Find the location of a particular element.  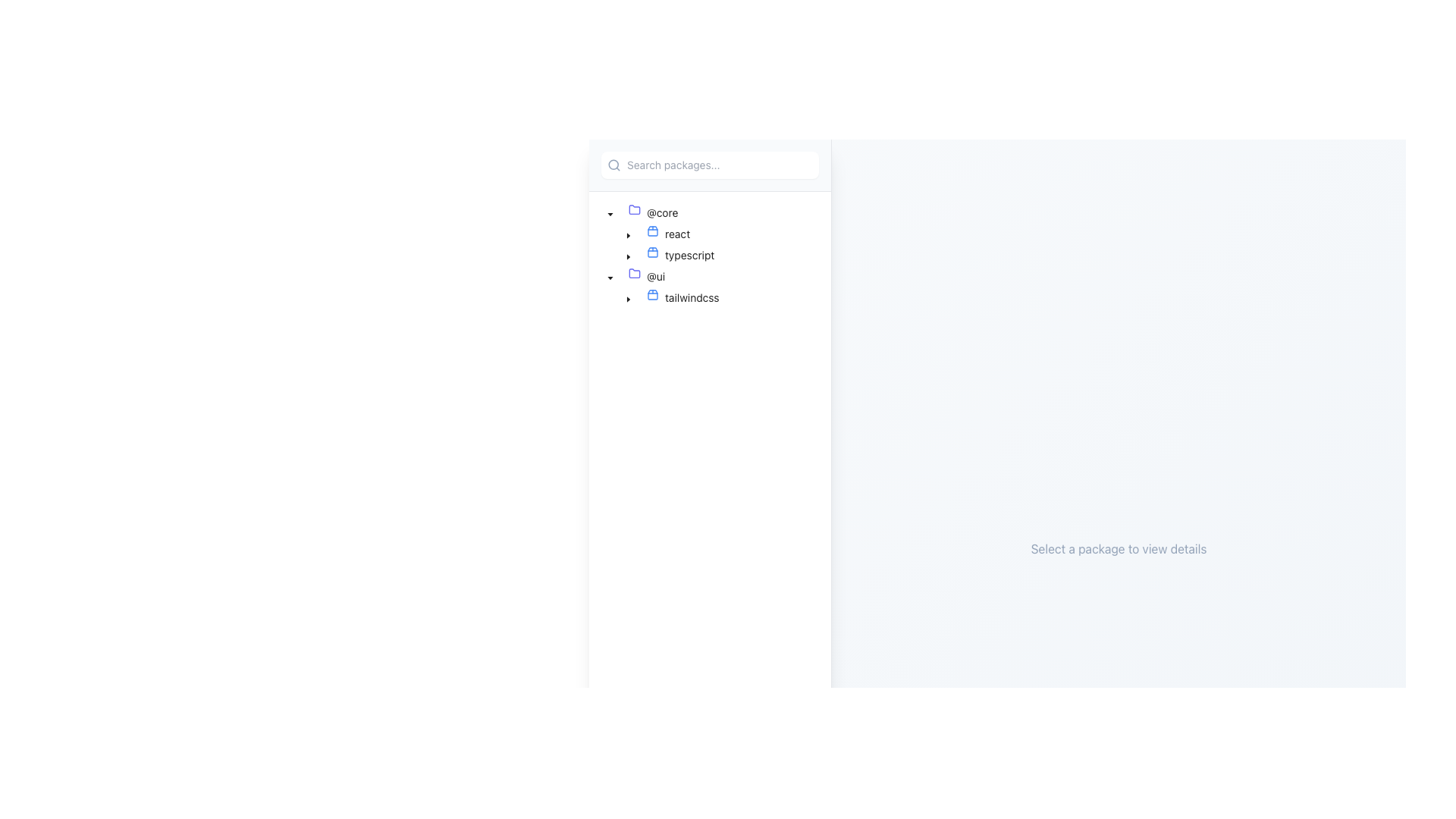

the caret-down icon located to the left of the text '@core' in the tree node section is located at coordinates (610, 213).